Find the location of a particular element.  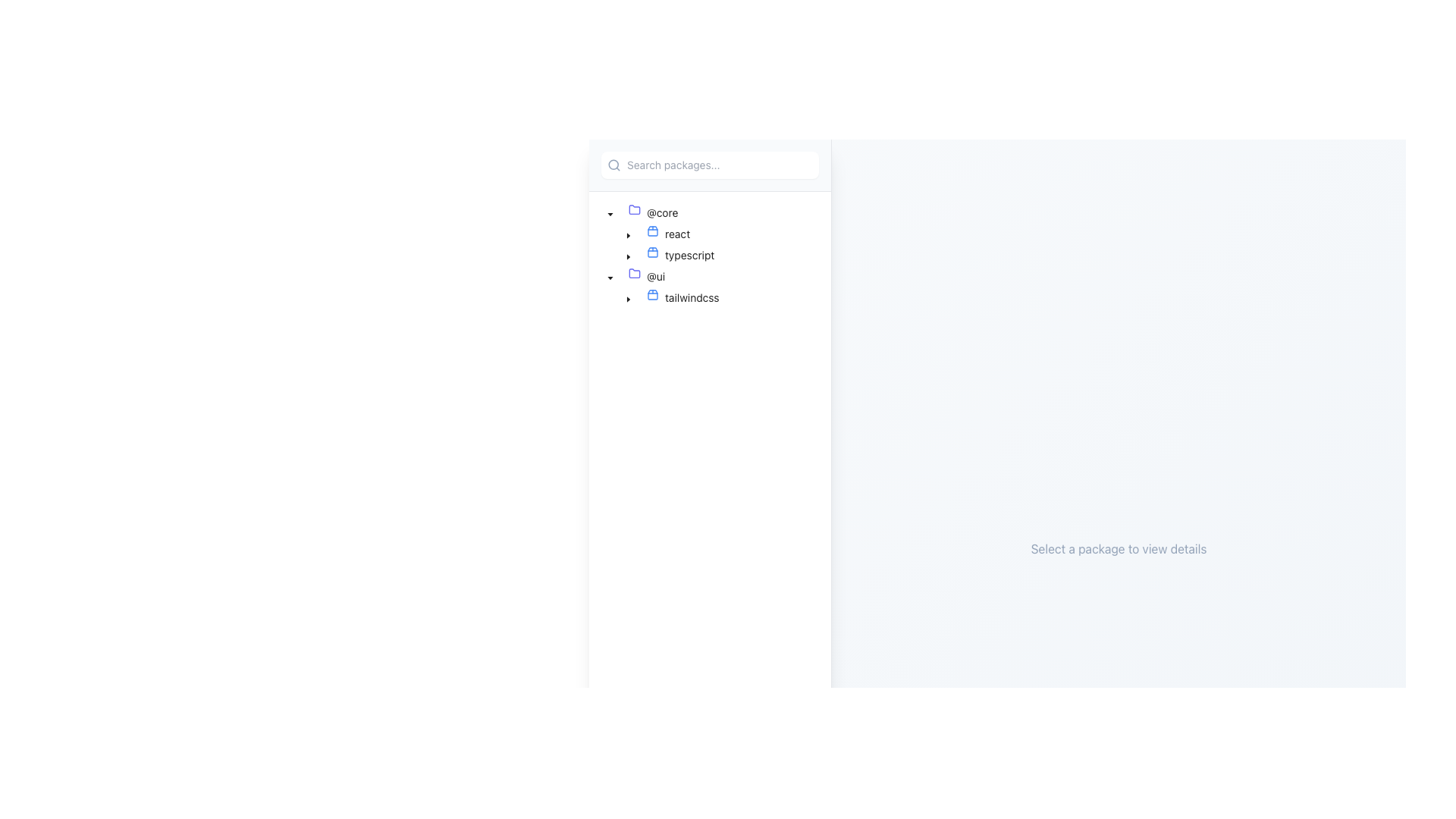

the caret-down icon located to the left of the text '@core' in the tree node section is located at coordinates (610, 213).